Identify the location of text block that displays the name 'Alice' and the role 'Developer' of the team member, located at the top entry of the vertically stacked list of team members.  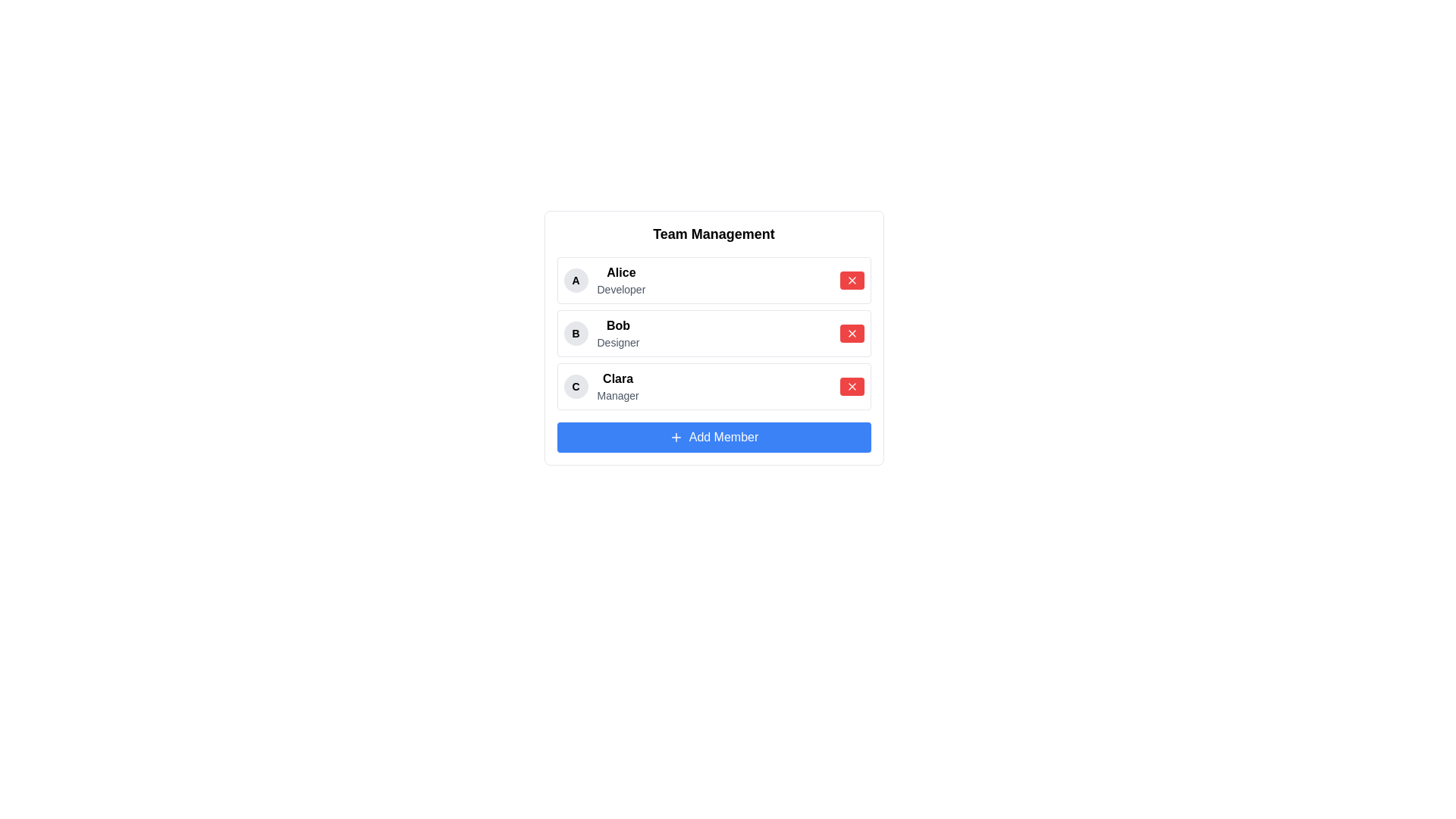
(621, 281).